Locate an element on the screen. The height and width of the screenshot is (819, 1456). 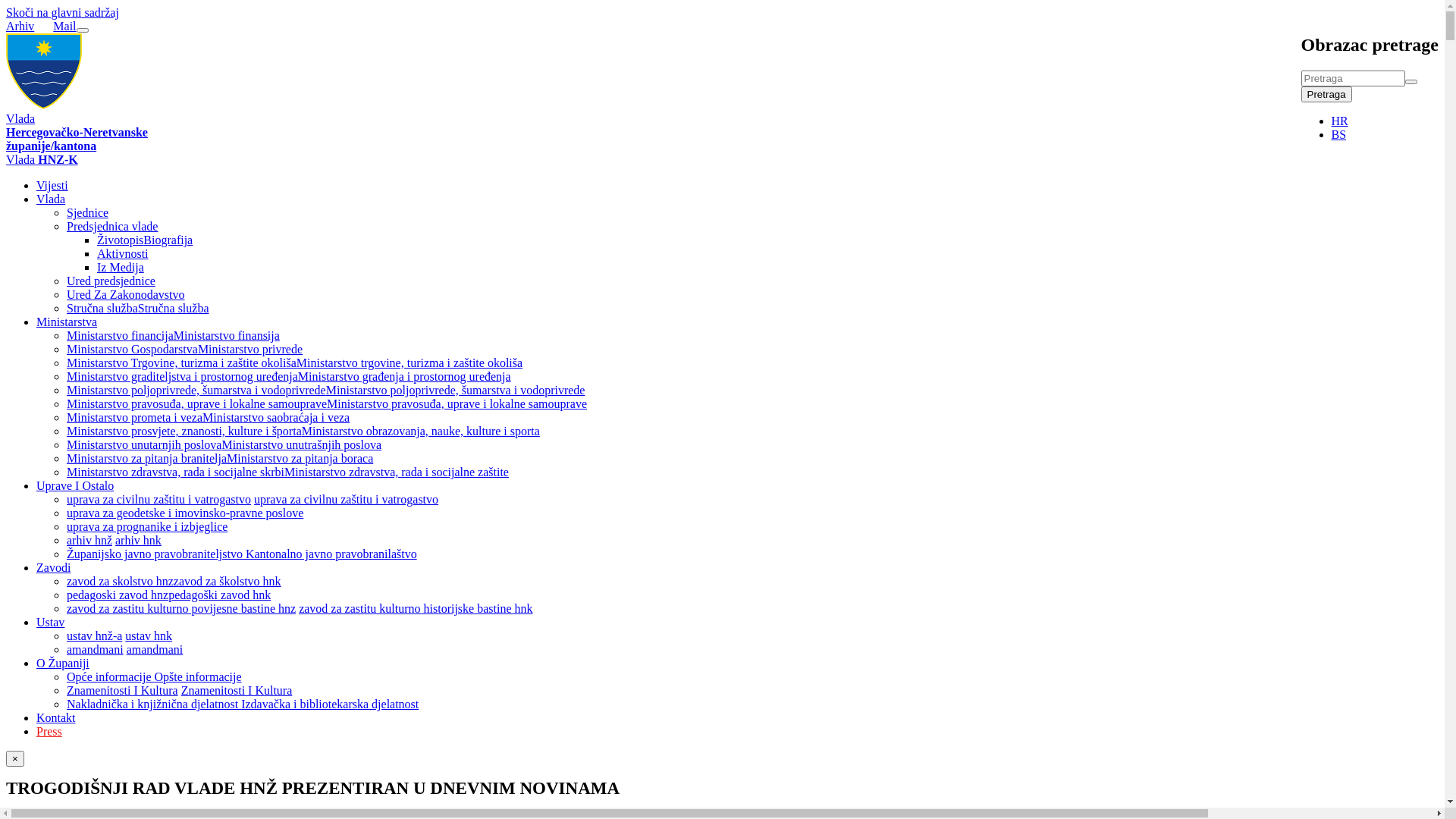
'Pretraga' is located at coordinates (1326, 94).